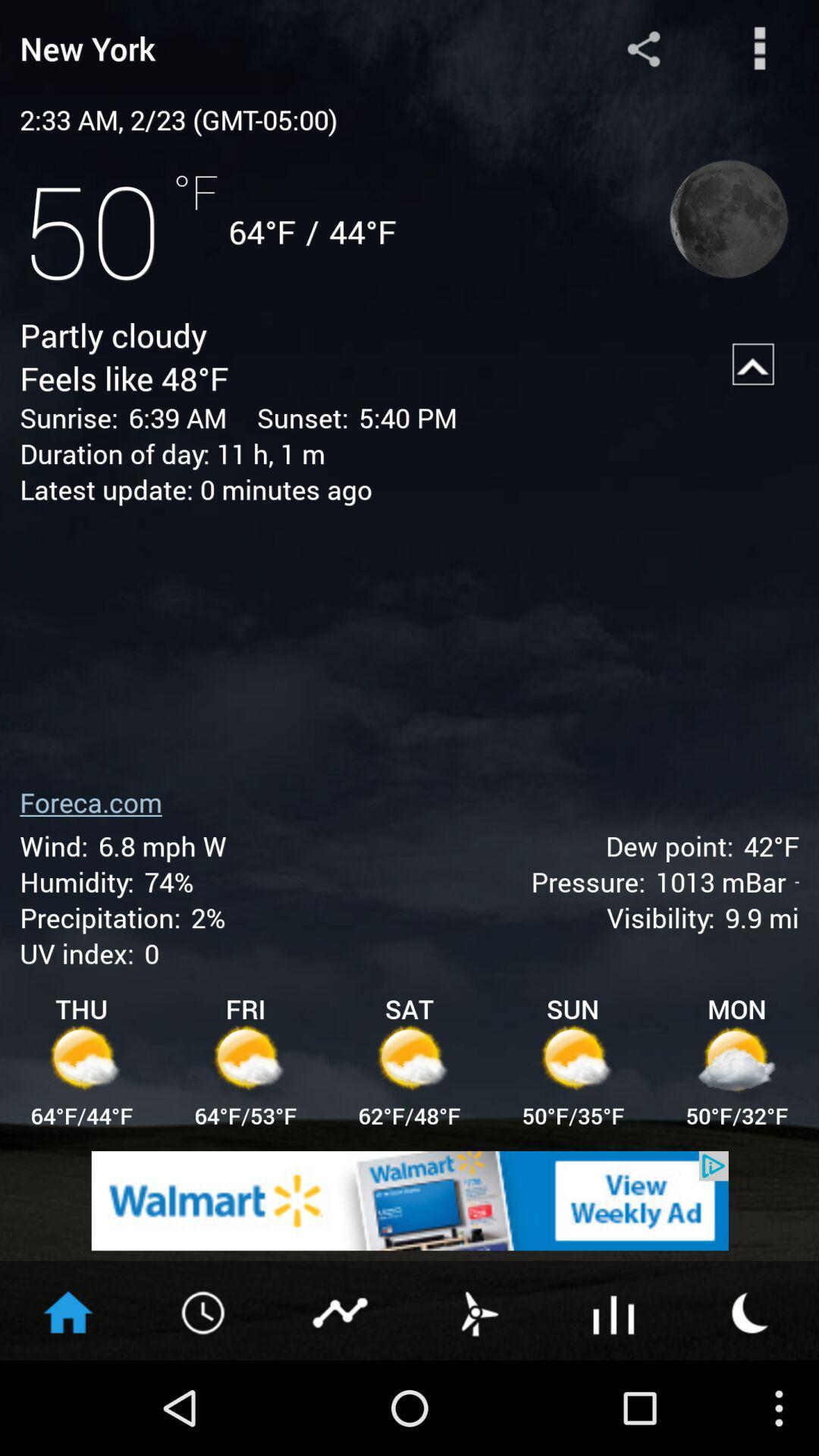 This screenshot has height=1456, width=819. Describe the element at coordinates (643, 52) in the screenshot. I see `the share icon` at that location.